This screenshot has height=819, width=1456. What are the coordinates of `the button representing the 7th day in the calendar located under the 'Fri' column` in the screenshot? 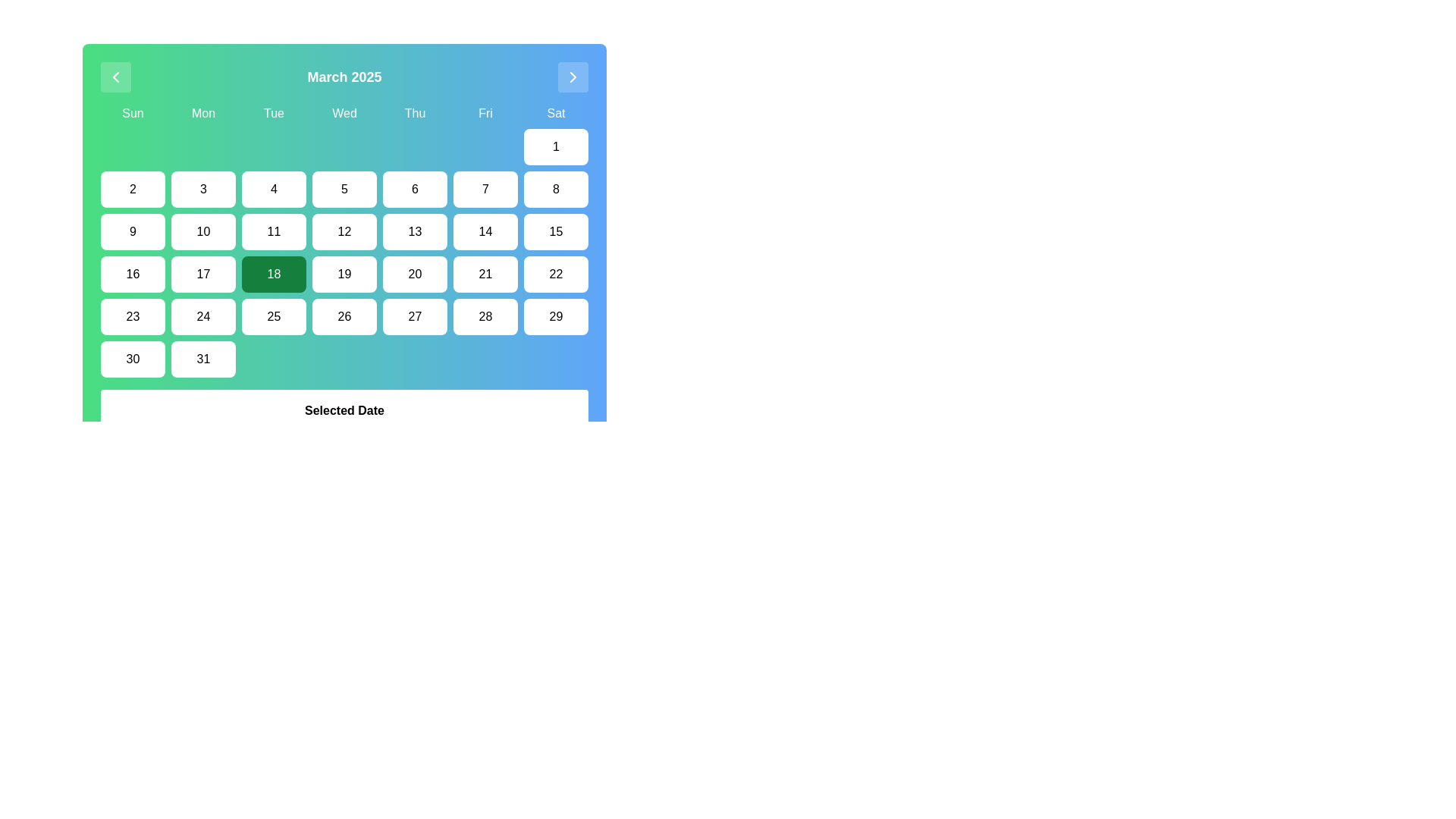 It's located at (485, 189).